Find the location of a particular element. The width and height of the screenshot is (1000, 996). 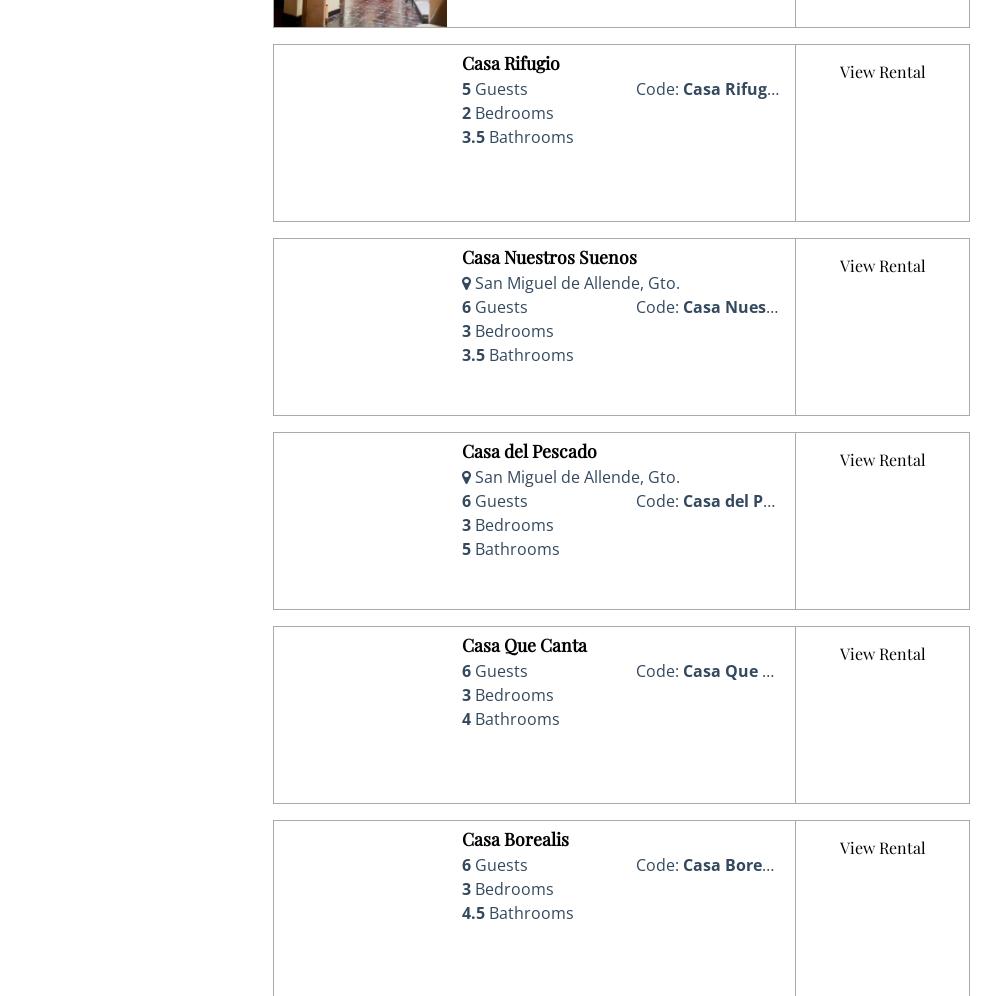

'4.5' is located at coordinates (461, 913).